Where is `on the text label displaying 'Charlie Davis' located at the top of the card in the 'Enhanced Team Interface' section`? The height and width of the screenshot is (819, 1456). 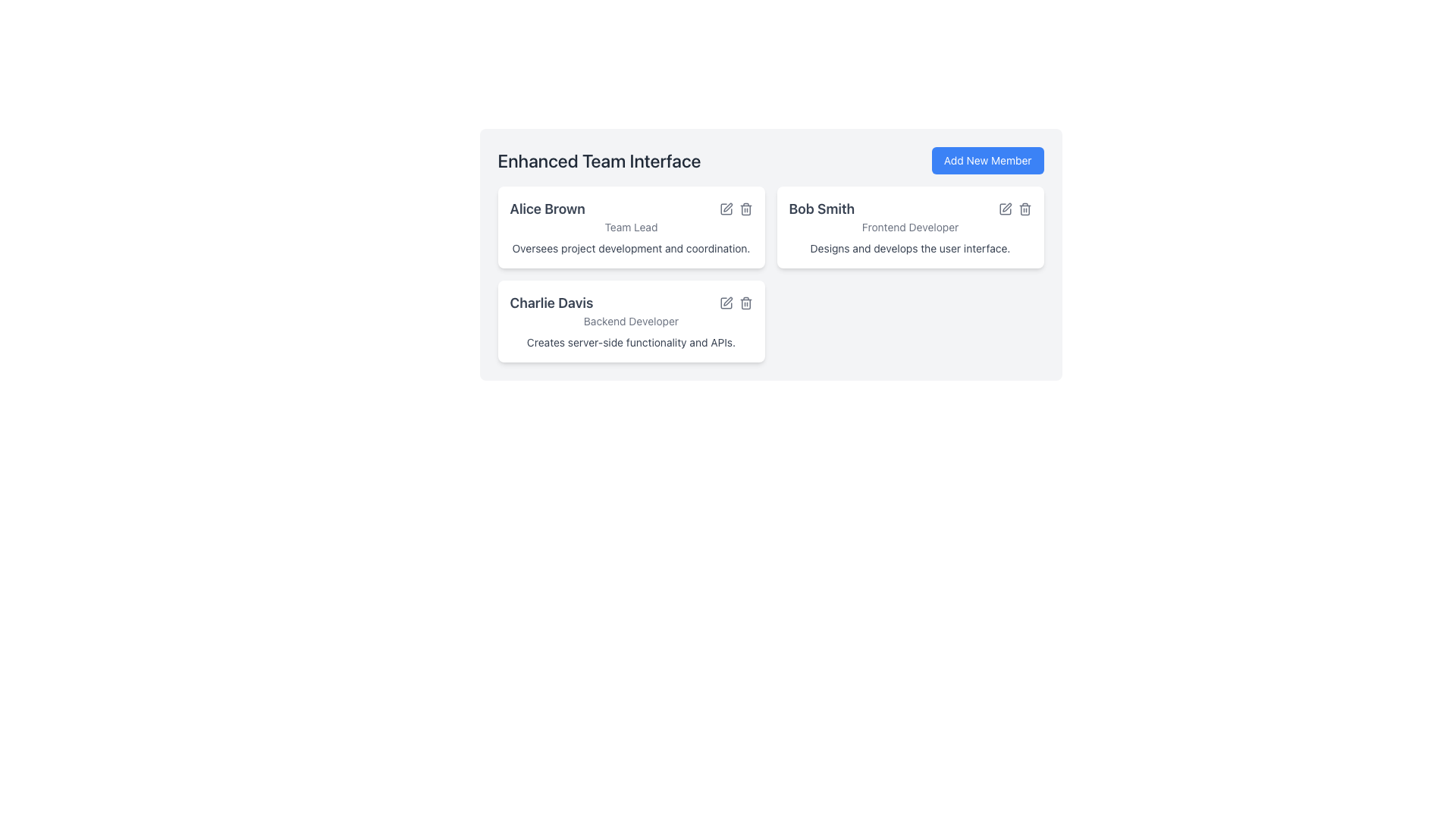
on the text label displaying 'Charlie Davis' located at the top of the card in the 'Enhanced Team Interface' section is located at coordinates (551, 303).